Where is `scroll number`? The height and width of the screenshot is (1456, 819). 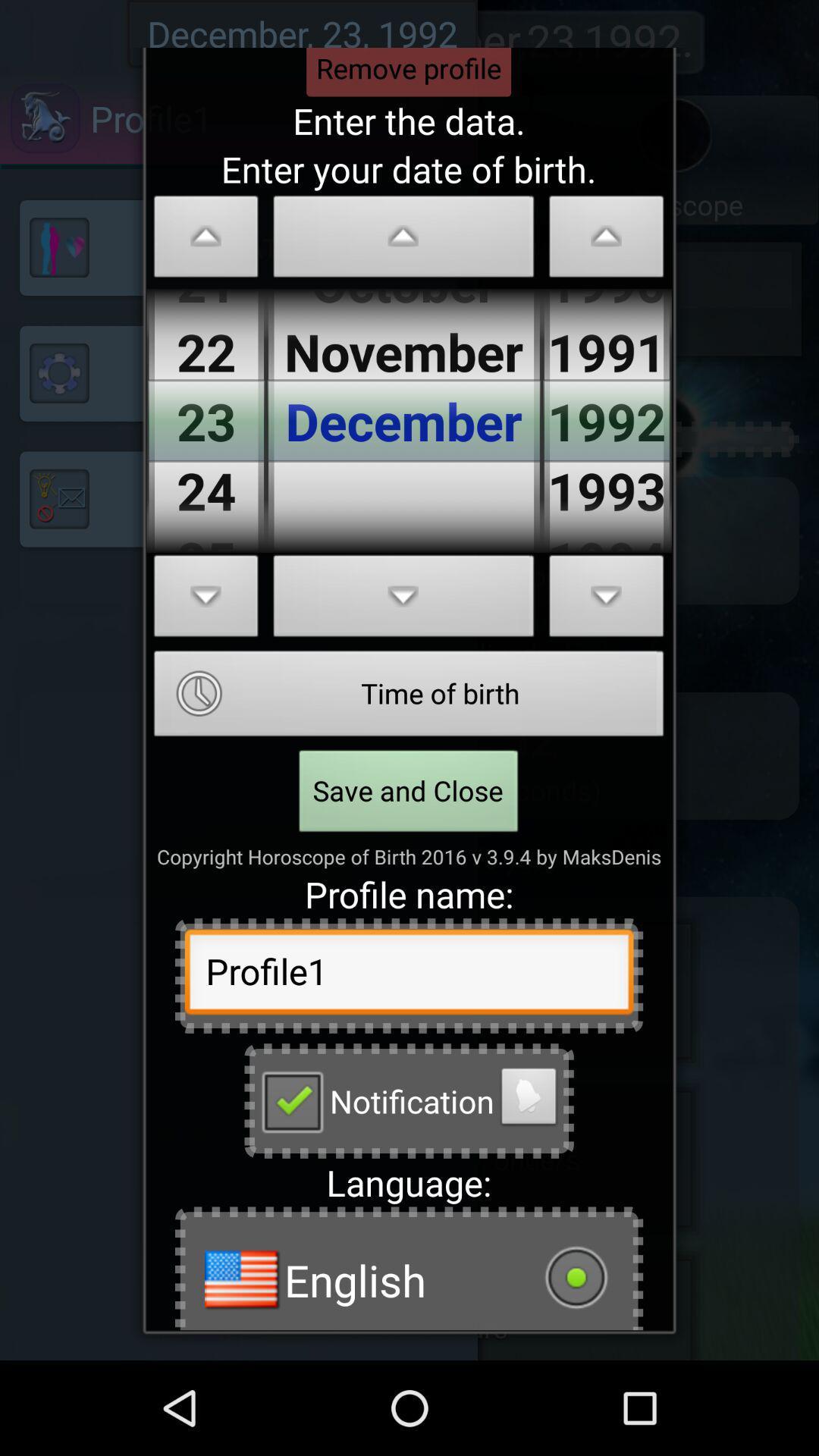
scroll number is located at coordinates (206, 240).